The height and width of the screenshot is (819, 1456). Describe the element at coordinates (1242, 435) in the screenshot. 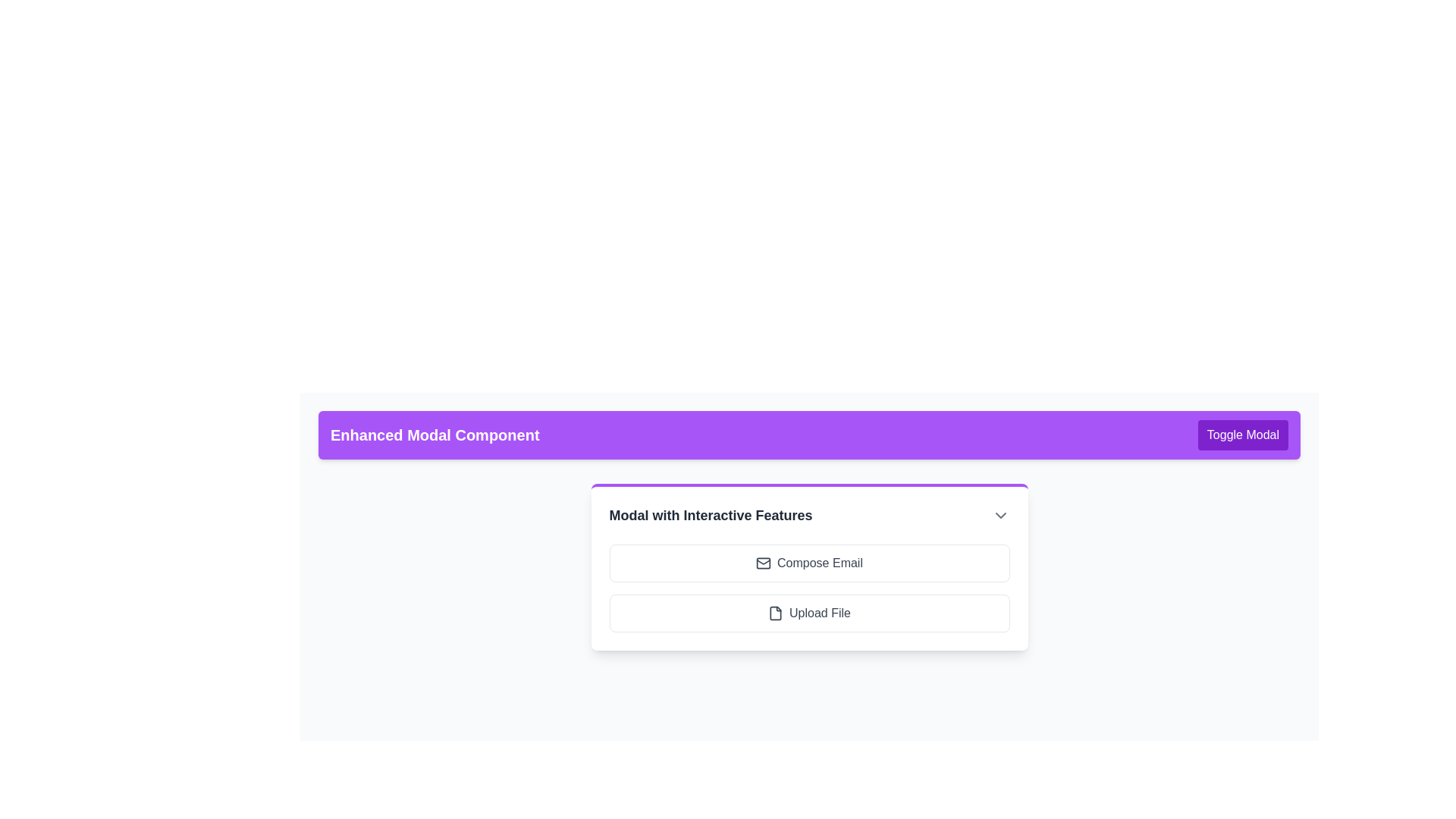

I see `the button on the right-hand side of the header section labeled 'Enhanced Modal Component'` at that location.